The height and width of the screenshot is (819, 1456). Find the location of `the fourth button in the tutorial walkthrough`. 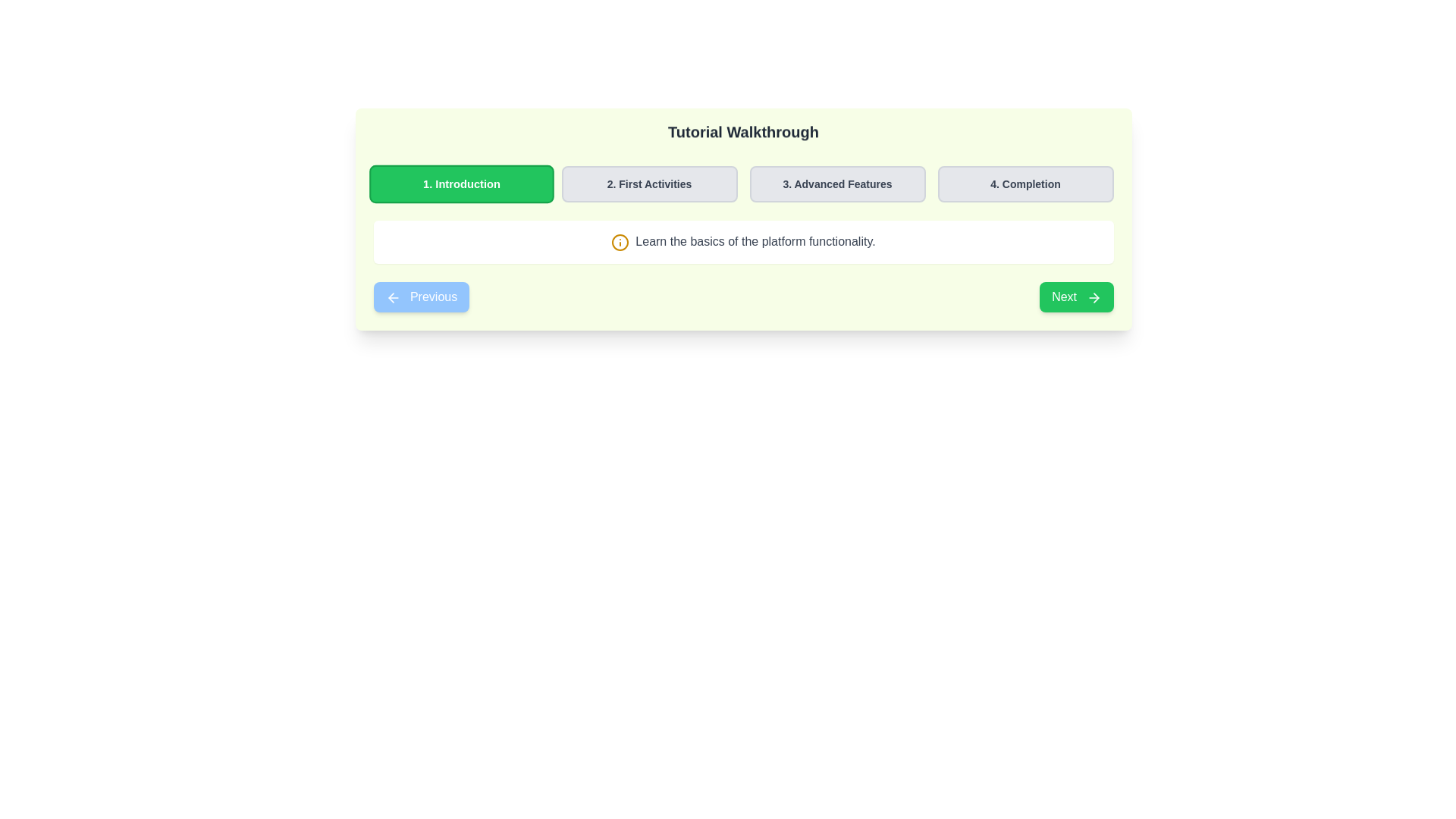

the fourth button in the tutorial walkthrough is located at coordinates (1025, 184).